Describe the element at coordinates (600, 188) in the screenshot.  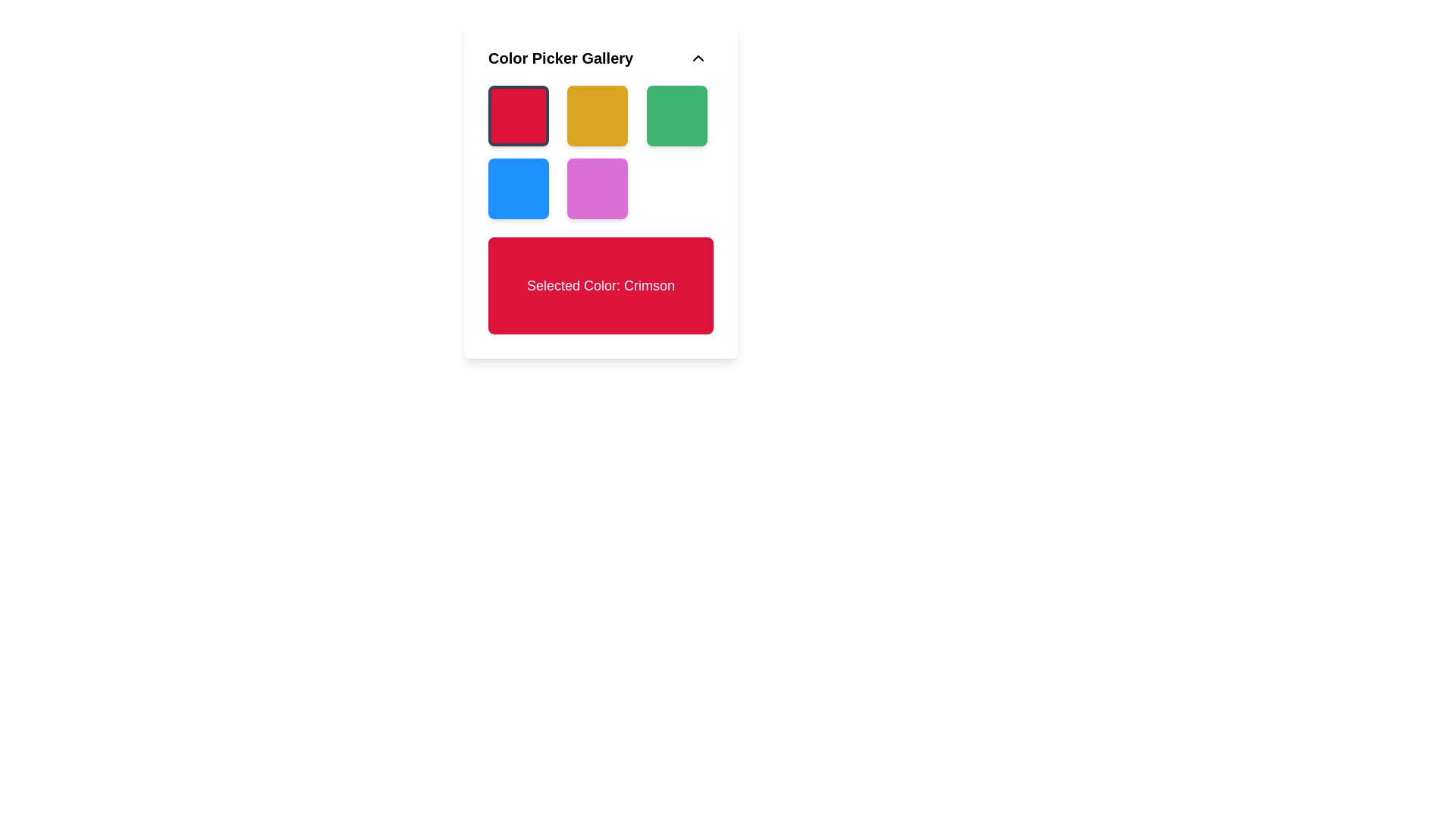
I see `the pink selectable color box located in the second row and second column of the grid` at that location.